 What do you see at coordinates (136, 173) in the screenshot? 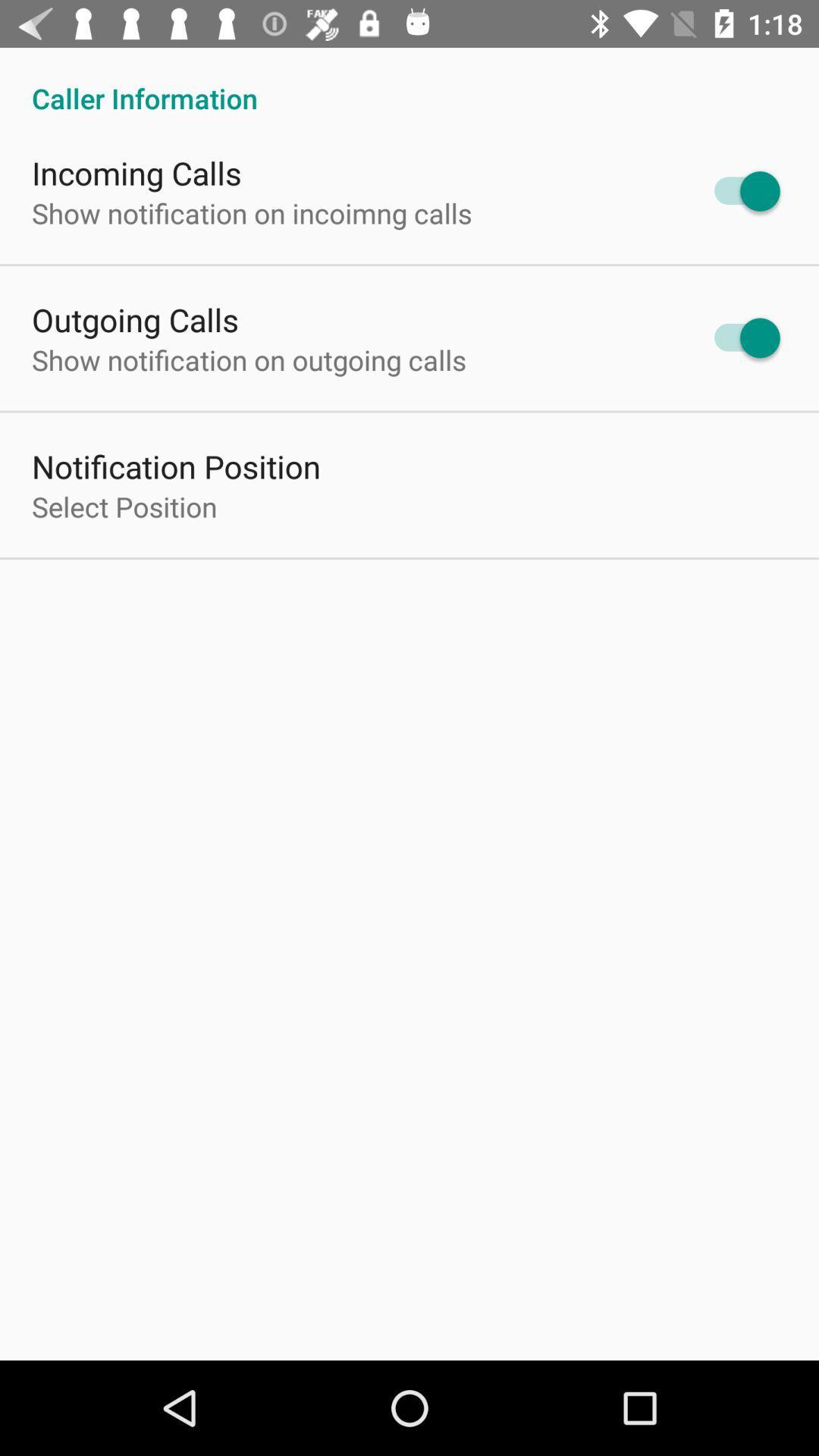
I see `the icon above the show notification on item` at bounding box center [136, 173].